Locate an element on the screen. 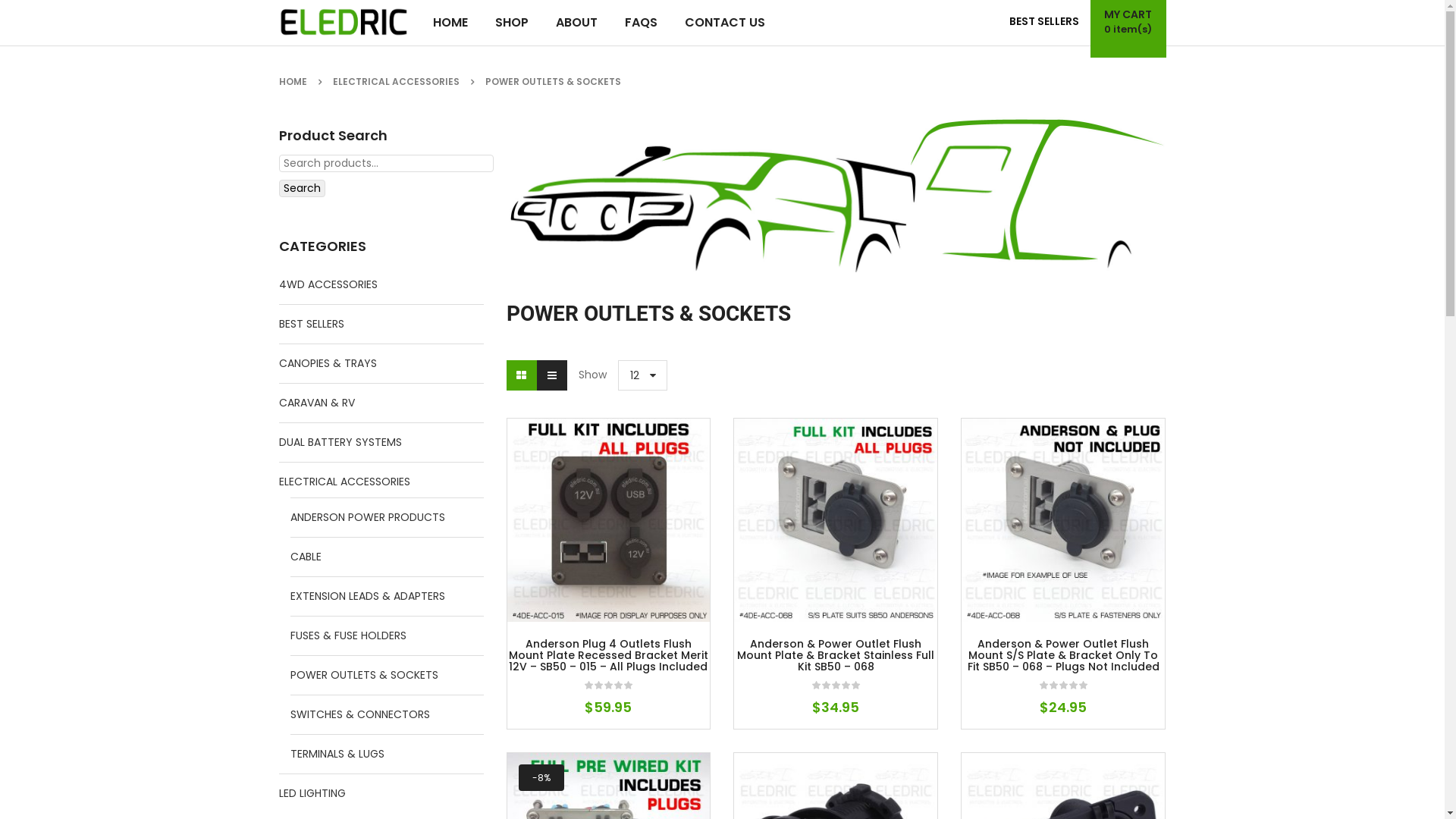 This screenshot has height=819, width=1456. 'FUSES & FUSE HOLDERS' is located at coordinates (290, 635).